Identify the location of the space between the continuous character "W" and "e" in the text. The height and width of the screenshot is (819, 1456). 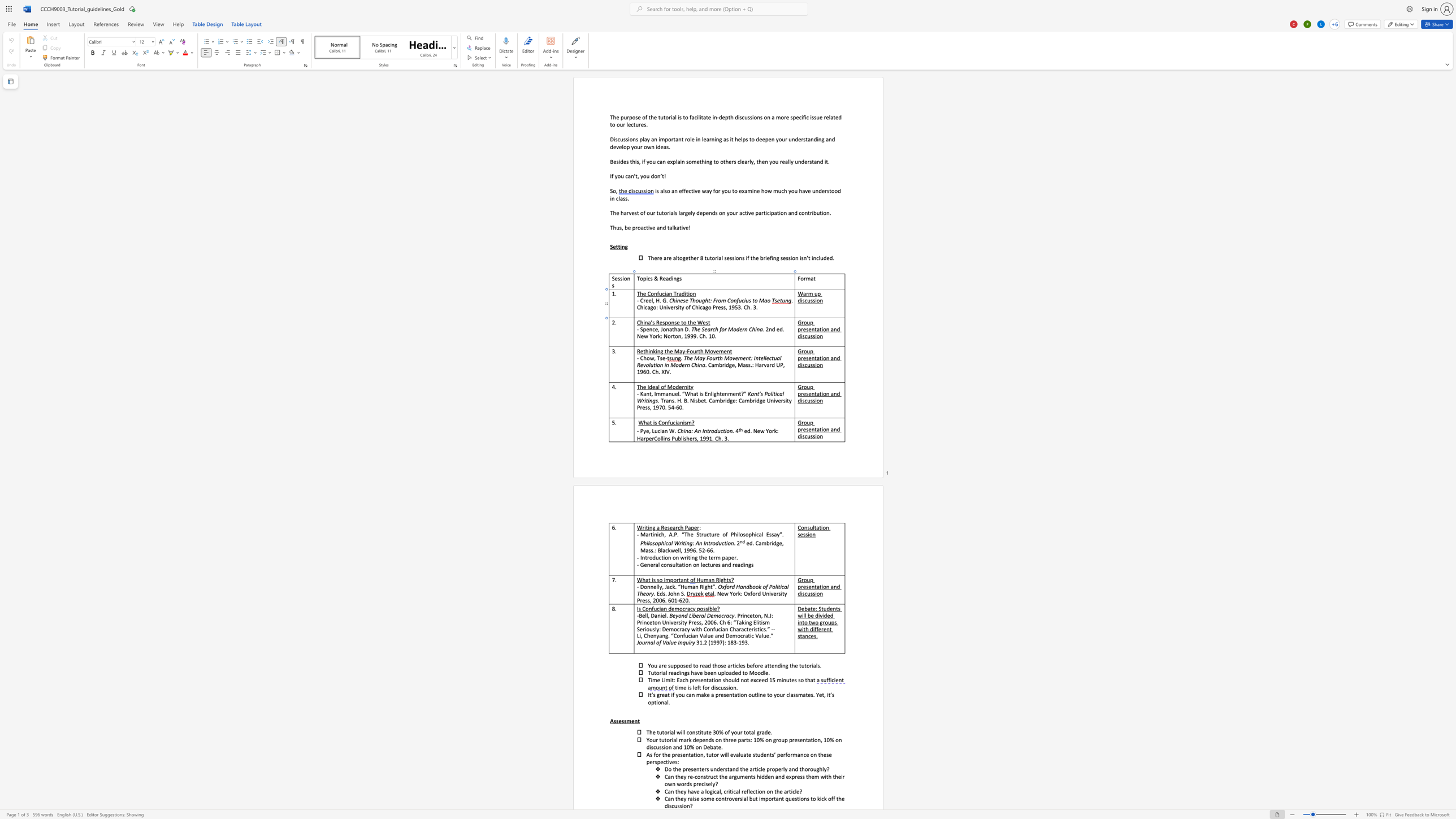
(701, 322).